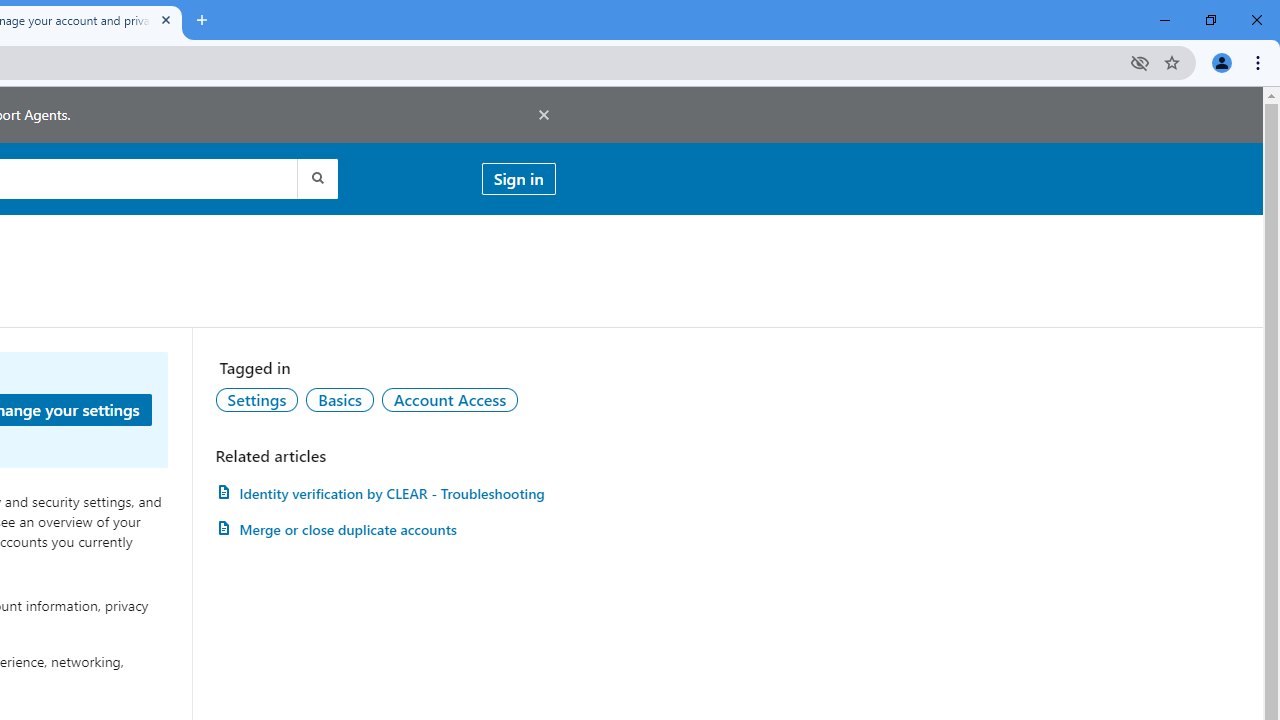  I want to click on 'Merge or close duplicate accounts', so click(385, 528).